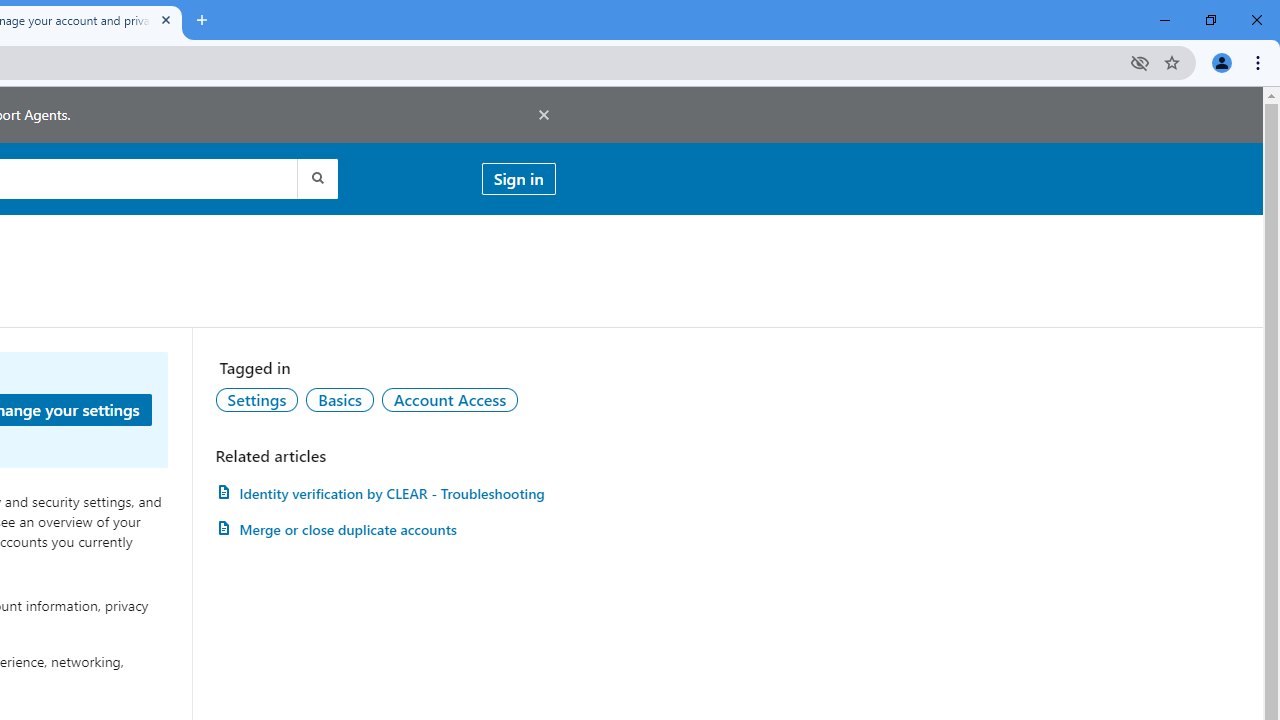  I want to click on 'Merge or close duplicate accounts', so click(385, 528).